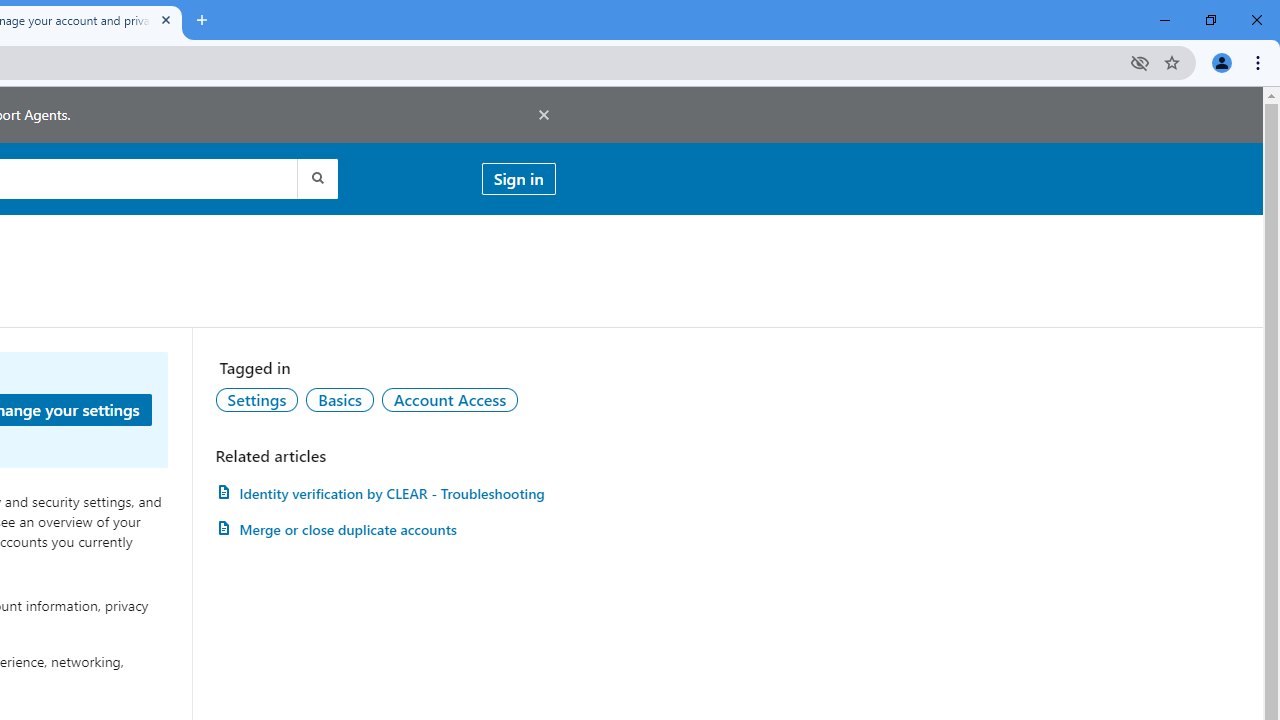  I want to click on 'Merge or close duplicate accounts', so click(385, 528).